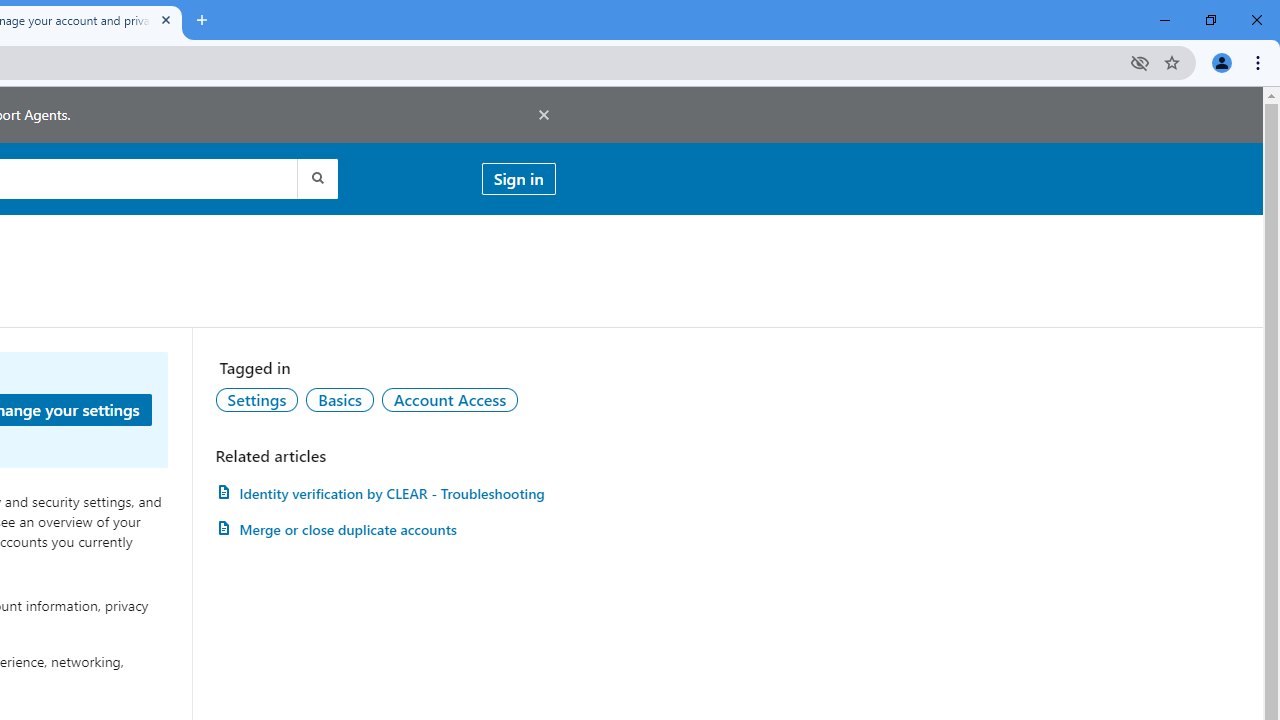  I want to click on 'Merge or close duplicate accounts', so click(385, 528).